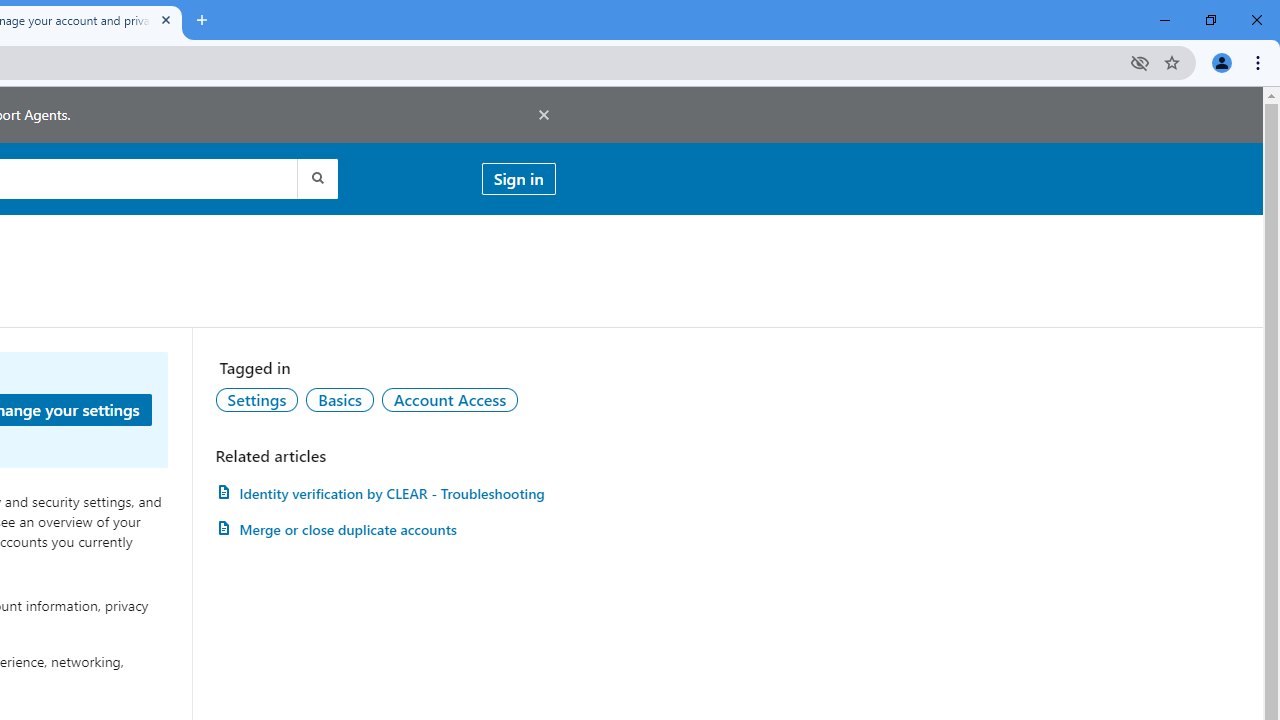  I want to click on 'Merge or close duplicate accounts', so click(385, 528).